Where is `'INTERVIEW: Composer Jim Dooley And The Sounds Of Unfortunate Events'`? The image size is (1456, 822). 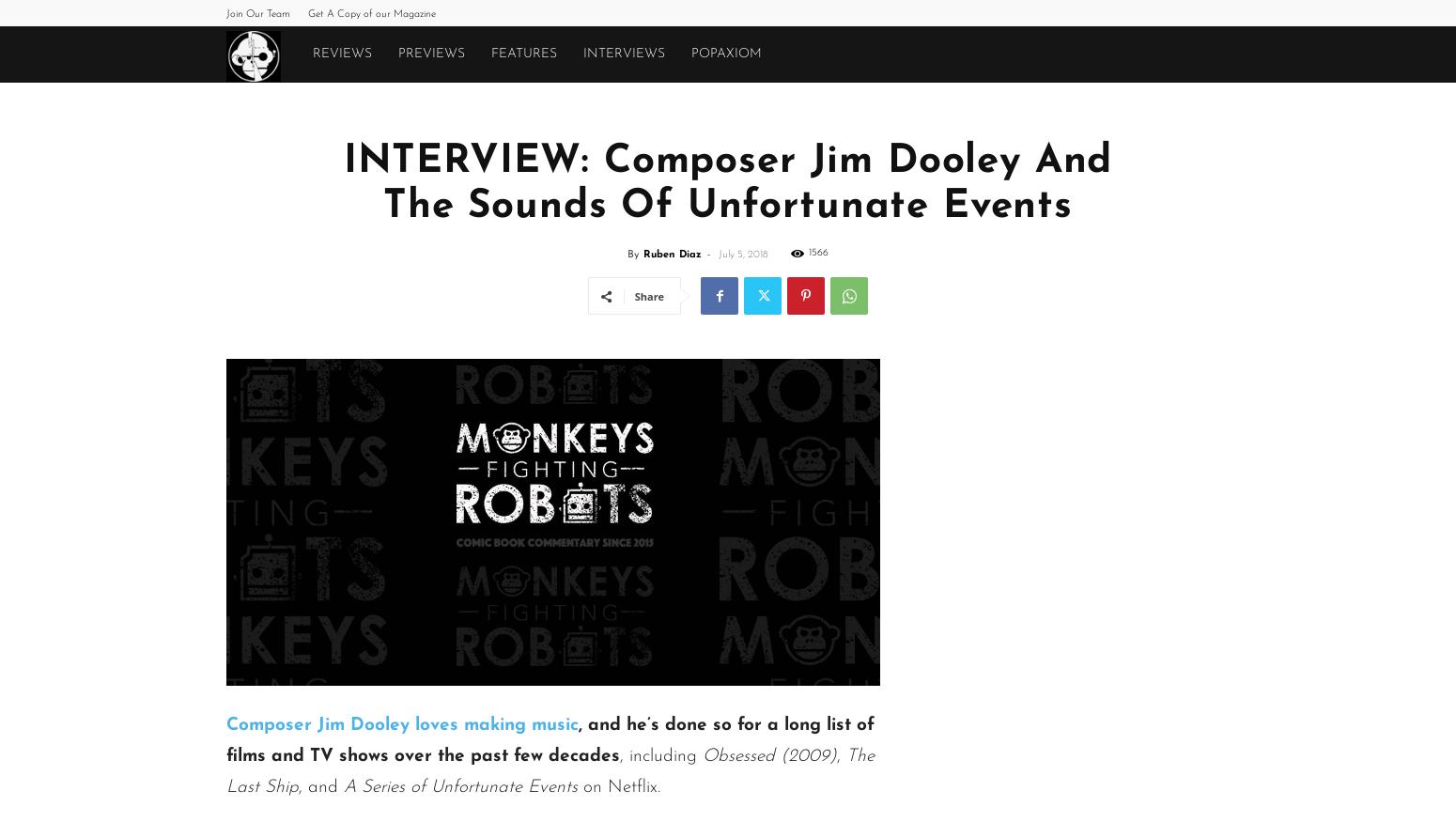
'INTERVIEW: Composer Jim Dooley And The Sounds Of Unfortunate Events' is located at coordinates (727, 184).